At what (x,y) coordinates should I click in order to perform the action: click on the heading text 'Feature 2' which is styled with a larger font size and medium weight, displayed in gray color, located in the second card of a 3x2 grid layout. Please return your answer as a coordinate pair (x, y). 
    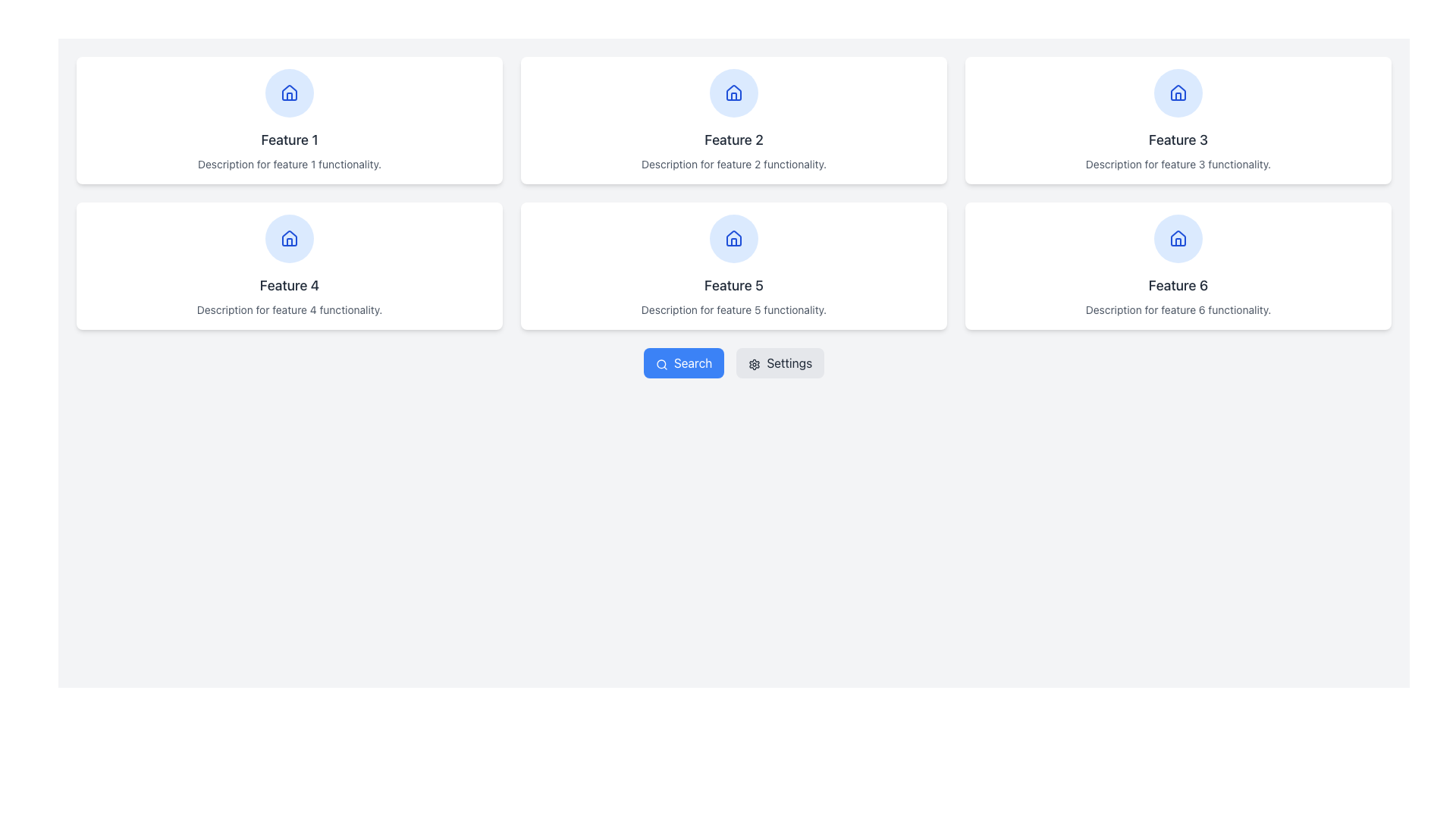
    Looking at the image, I should click on (734, 140).